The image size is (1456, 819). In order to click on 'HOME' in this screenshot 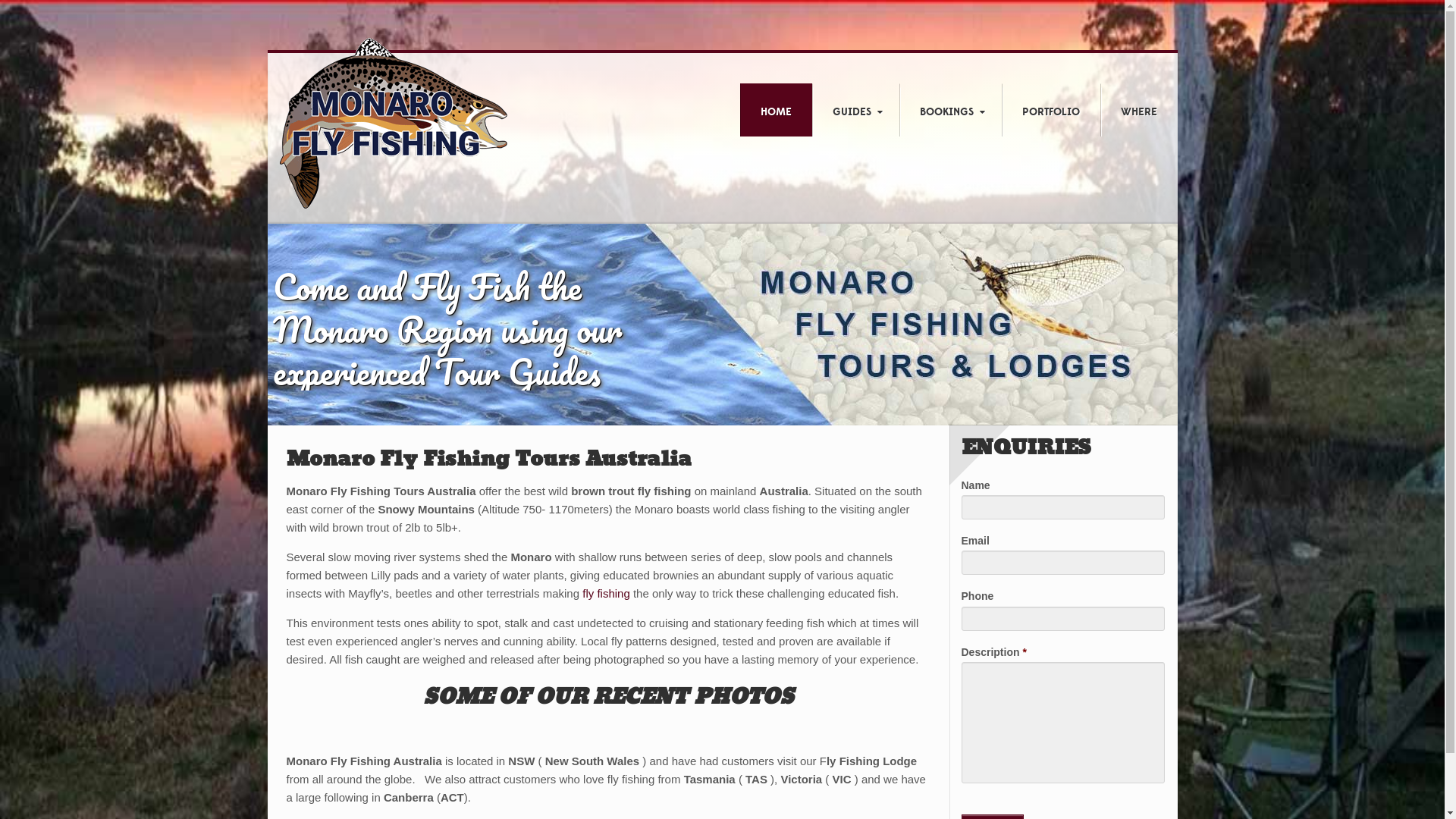, I will do `click(775, 111)`.